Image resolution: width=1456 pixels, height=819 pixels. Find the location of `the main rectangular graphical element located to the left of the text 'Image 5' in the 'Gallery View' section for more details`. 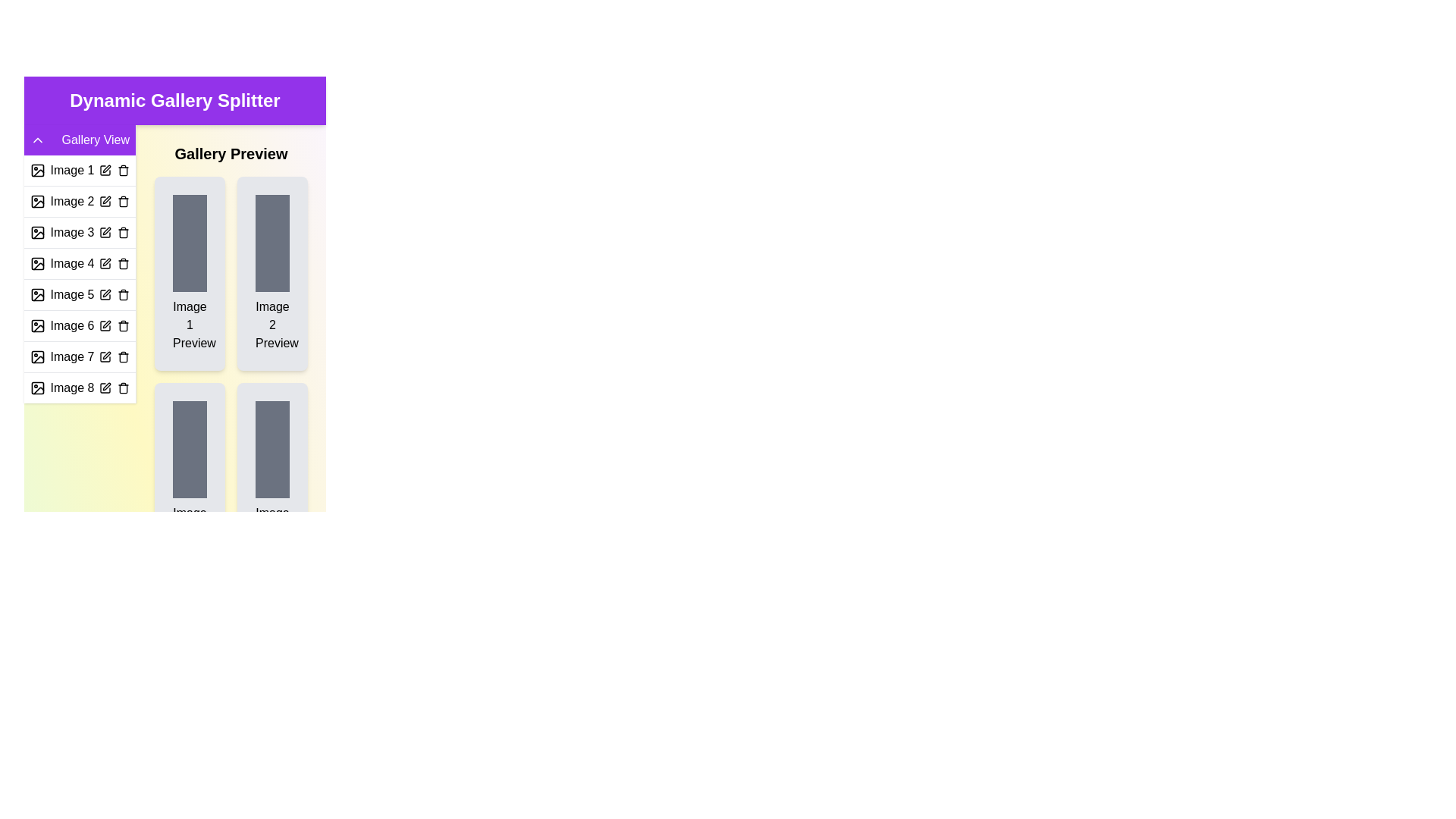

the main rectangular graphical element located to the left of the text 'Image 5' in the 'Gallery View' section for more details is located at coordinates (37, 295).